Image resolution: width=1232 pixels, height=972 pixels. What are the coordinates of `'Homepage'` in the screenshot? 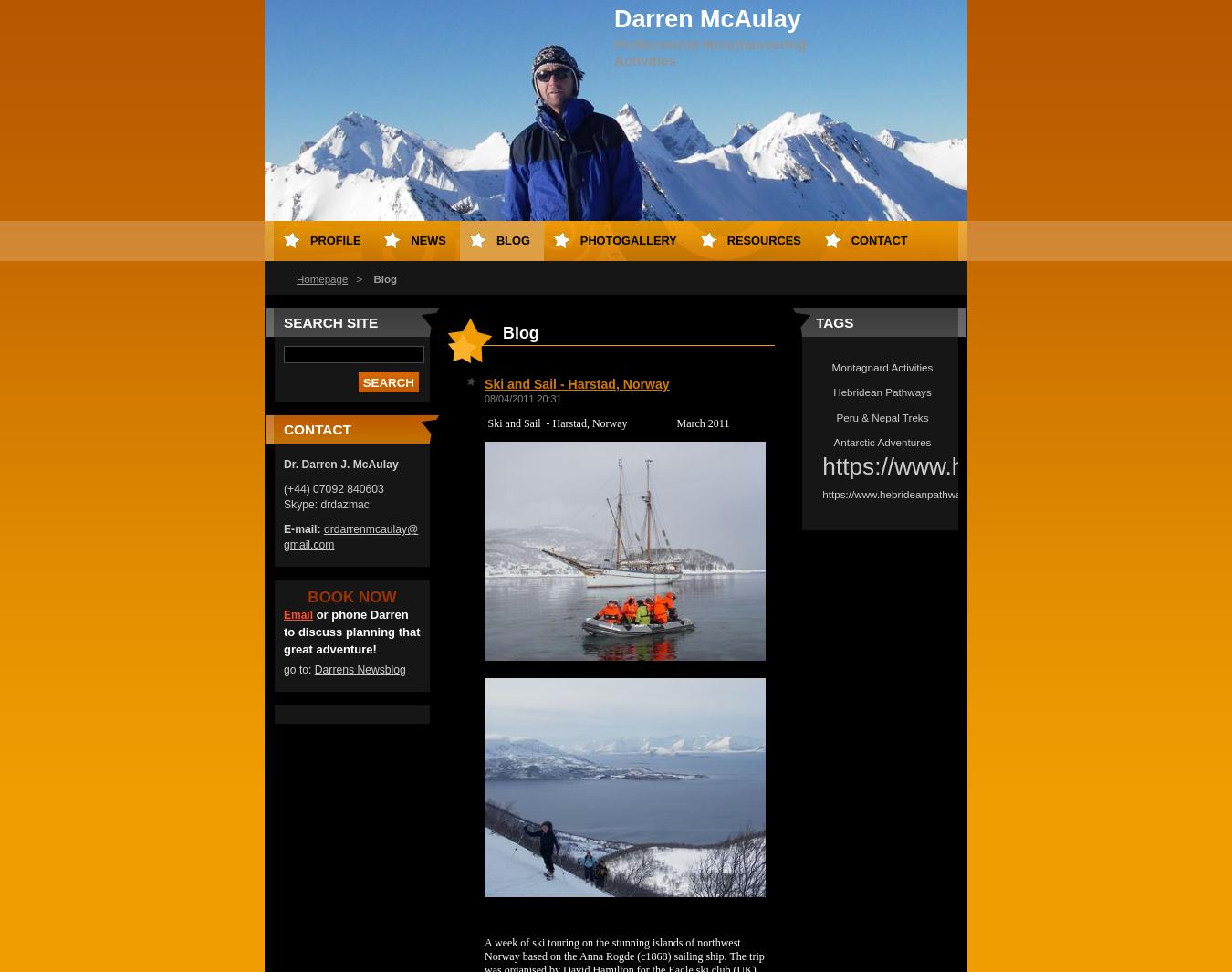 It's located at (322, 277).